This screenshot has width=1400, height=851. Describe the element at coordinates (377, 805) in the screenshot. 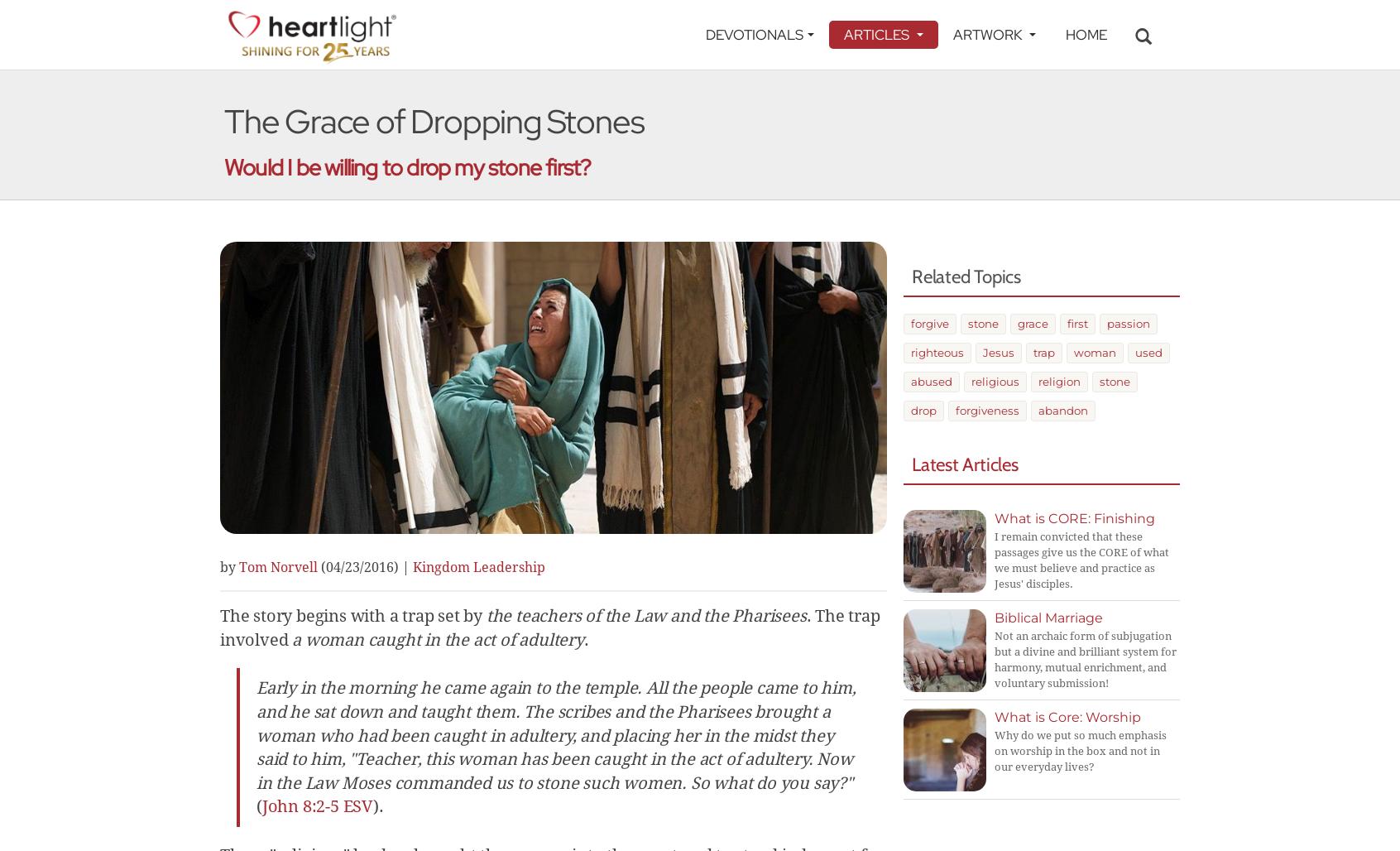

I see `').'` at that location.